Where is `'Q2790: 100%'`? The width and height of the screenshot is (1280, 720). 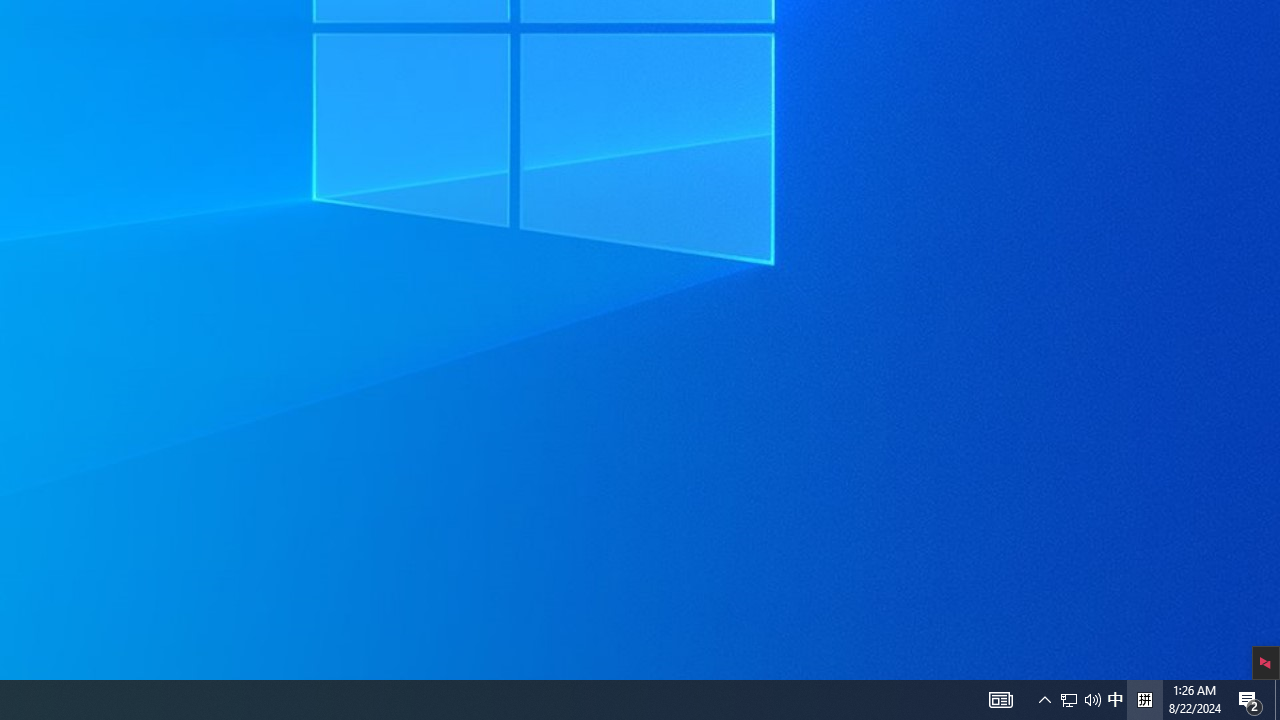 'Q2790: 100%' is located at coordinates (1092, 698).